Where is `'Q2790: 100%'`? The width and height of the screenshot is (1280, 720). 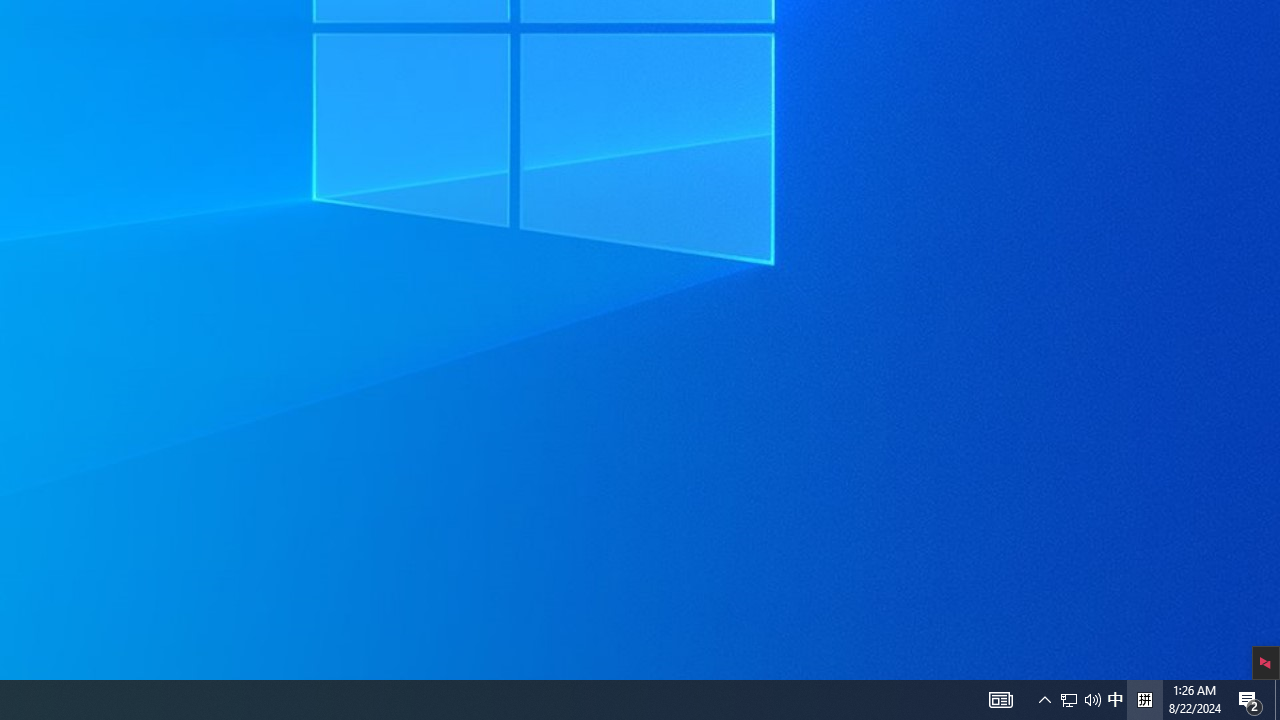 'Q2790: 100%' is located at coordinates (1092, 698).